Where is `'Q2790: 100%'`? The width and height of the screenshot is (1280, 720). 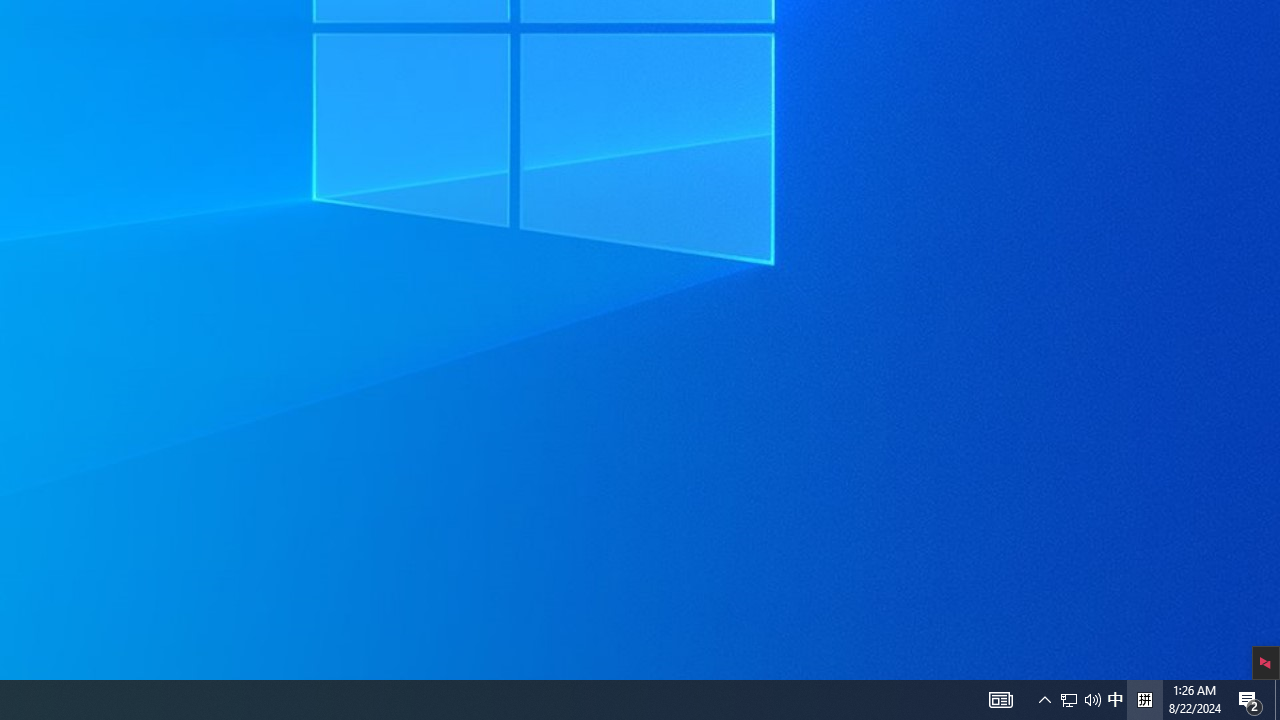 'Q2790: 100%' is located at coordinates (1092, 698).